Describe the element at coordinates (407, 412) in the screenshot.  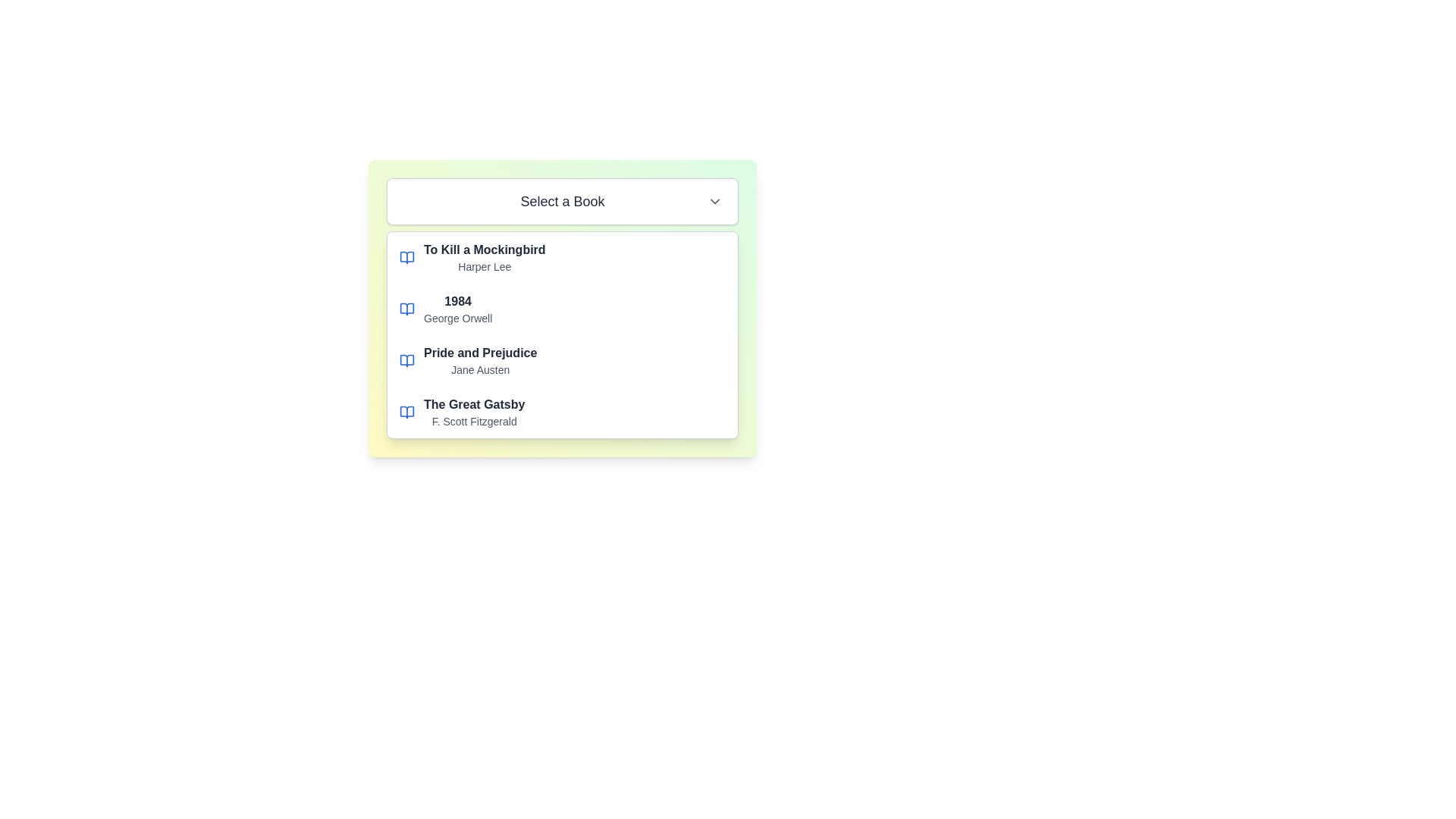
I see `the blue outlined book icon located to the left of the text 'The Great Gatsby' by 'F. Scott Fitzgerald'` at that location.